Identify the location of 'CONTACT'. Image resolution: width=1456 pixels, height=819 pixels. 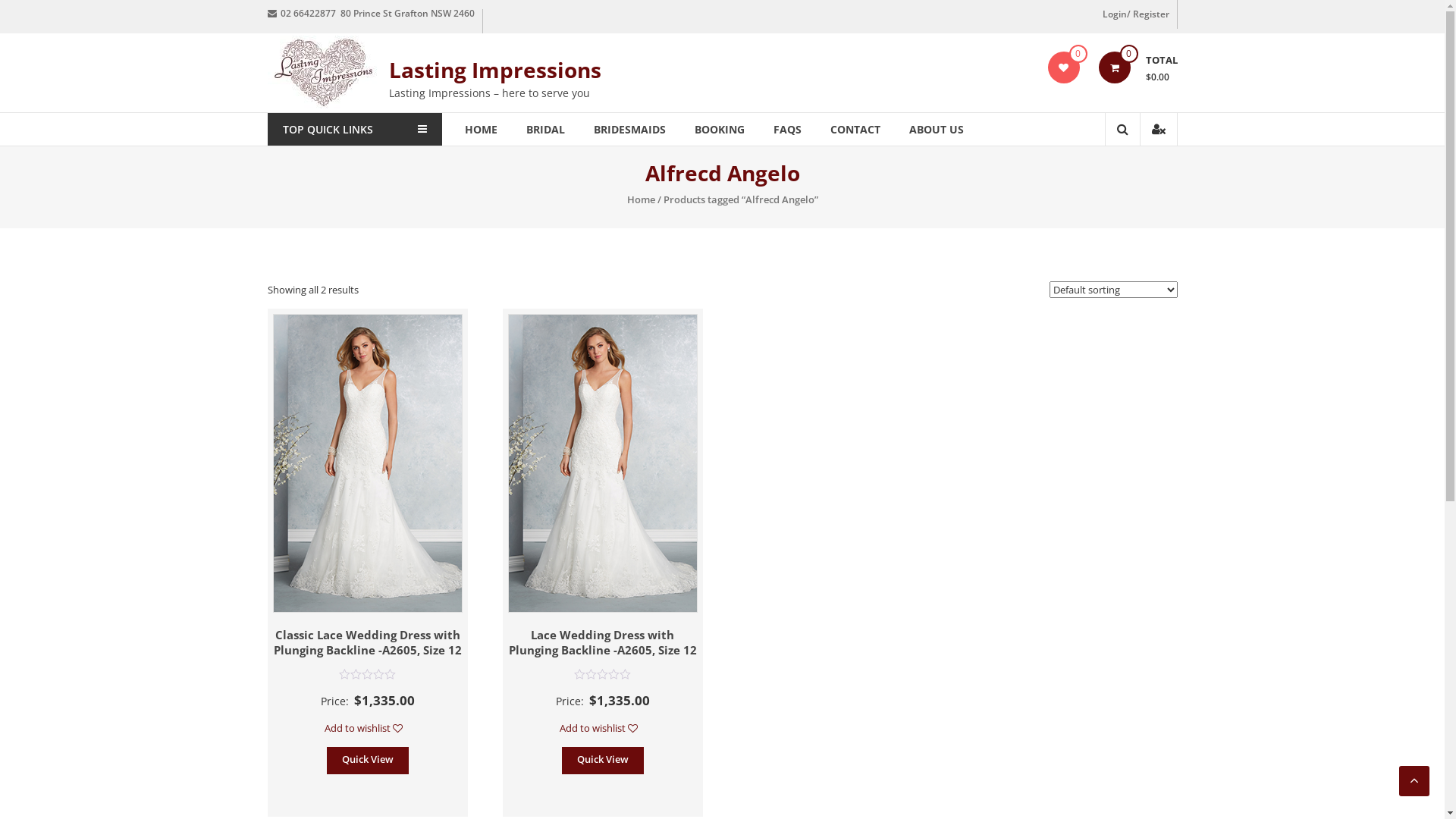
(855, 128).